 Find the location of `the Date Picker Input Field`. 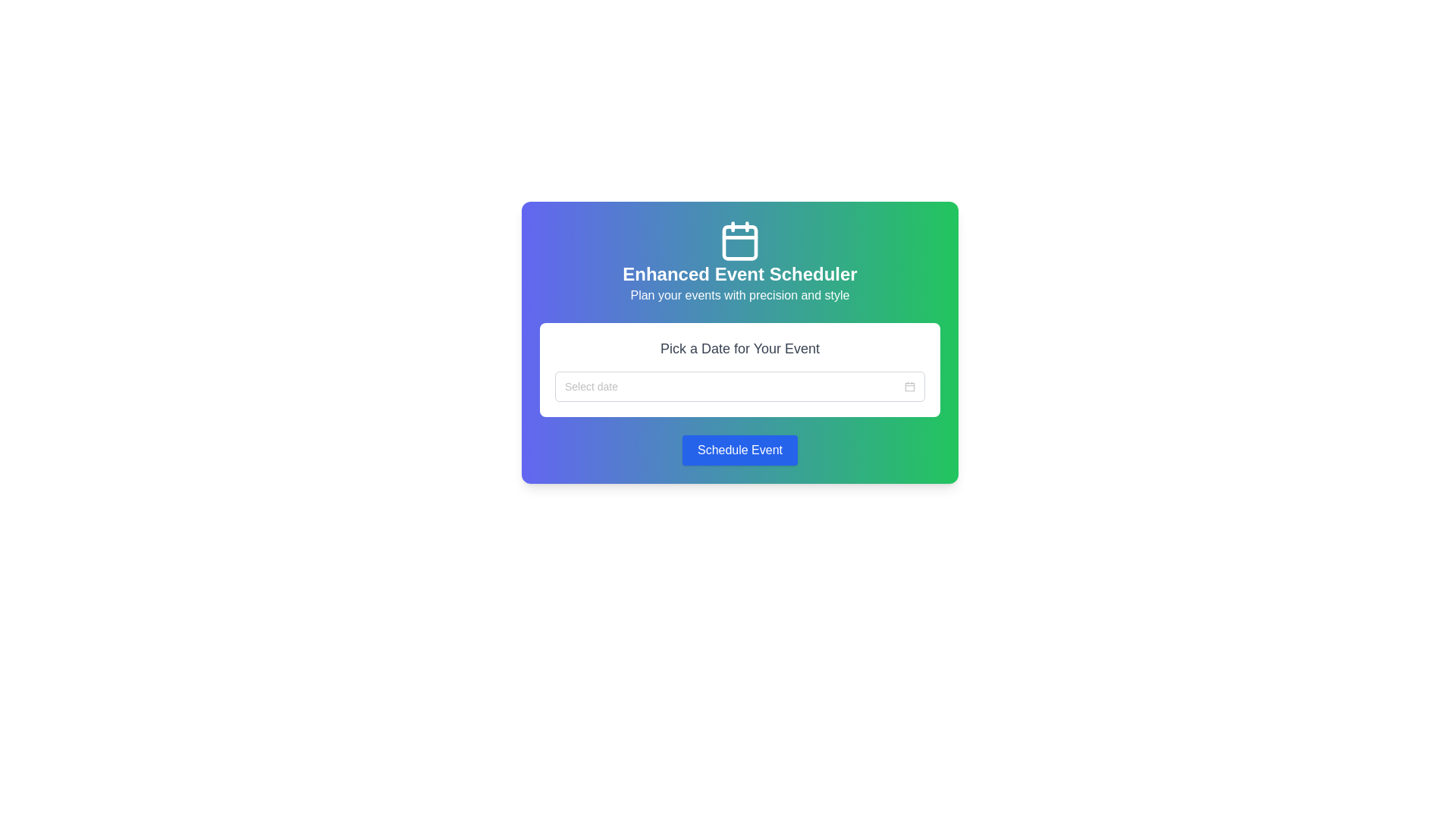

the Date Picker Input Field is located at coordinates (739, 385).